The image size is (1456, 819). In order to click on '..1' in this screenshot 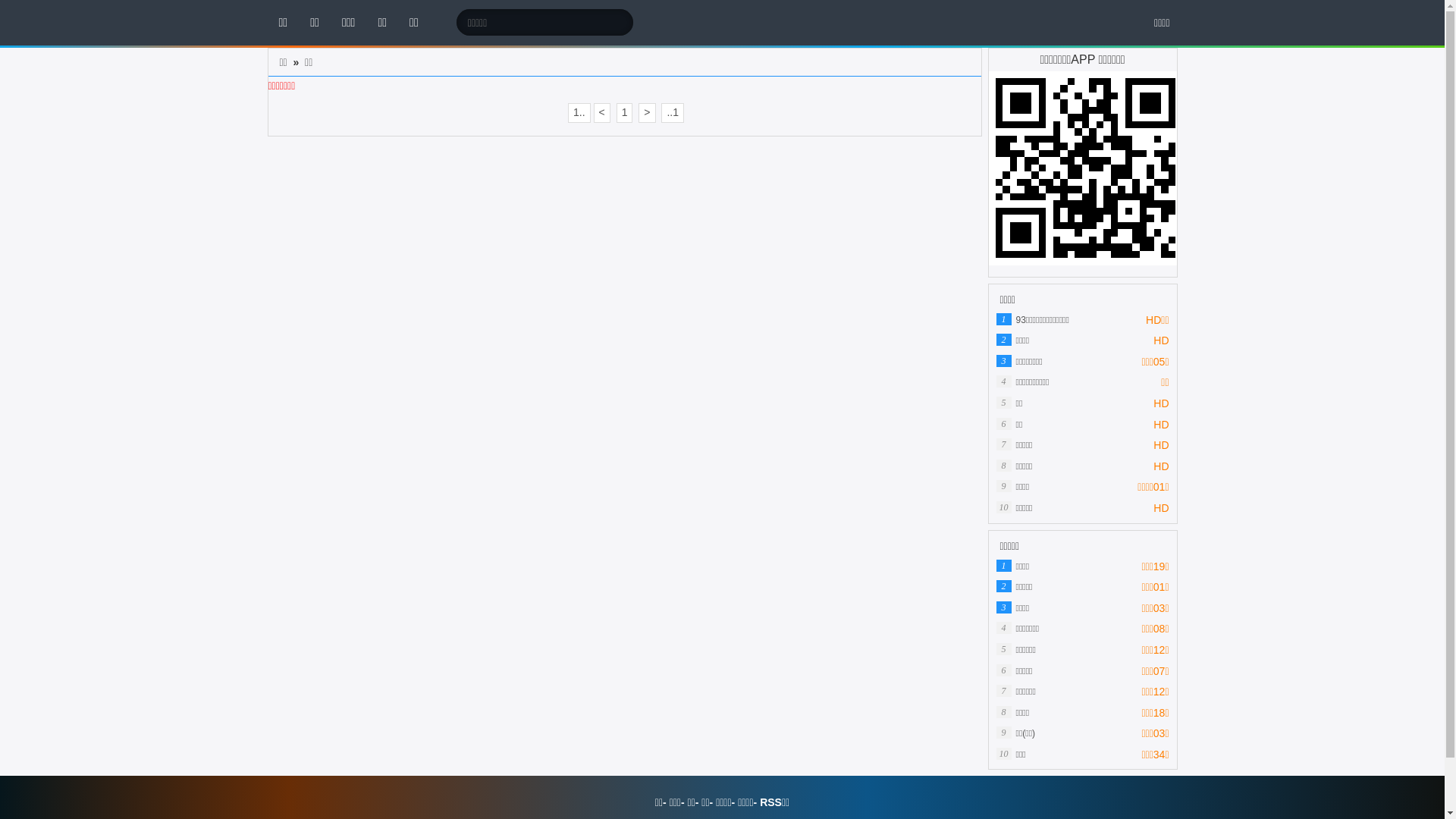, I will do `click(672, 112)`.